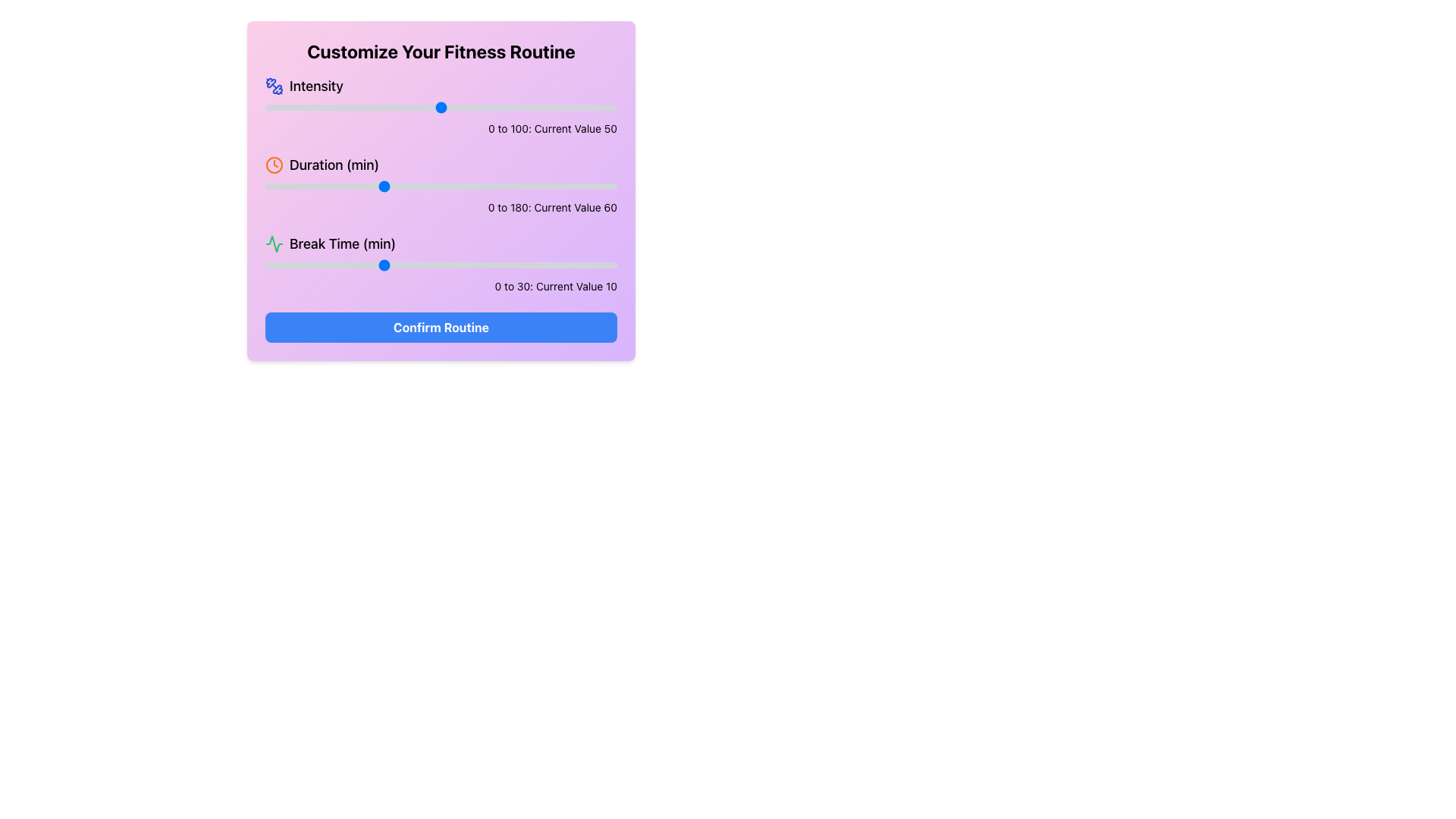 This screenshot has height=819, width=1456. What do you see at coordinates (440, 51) in the screenshot?
I see `header text element that displays 'Customize Your Fitness Routine', which is a bold, large text label centered at the top of the card interface` at bounding box center [440, 51].